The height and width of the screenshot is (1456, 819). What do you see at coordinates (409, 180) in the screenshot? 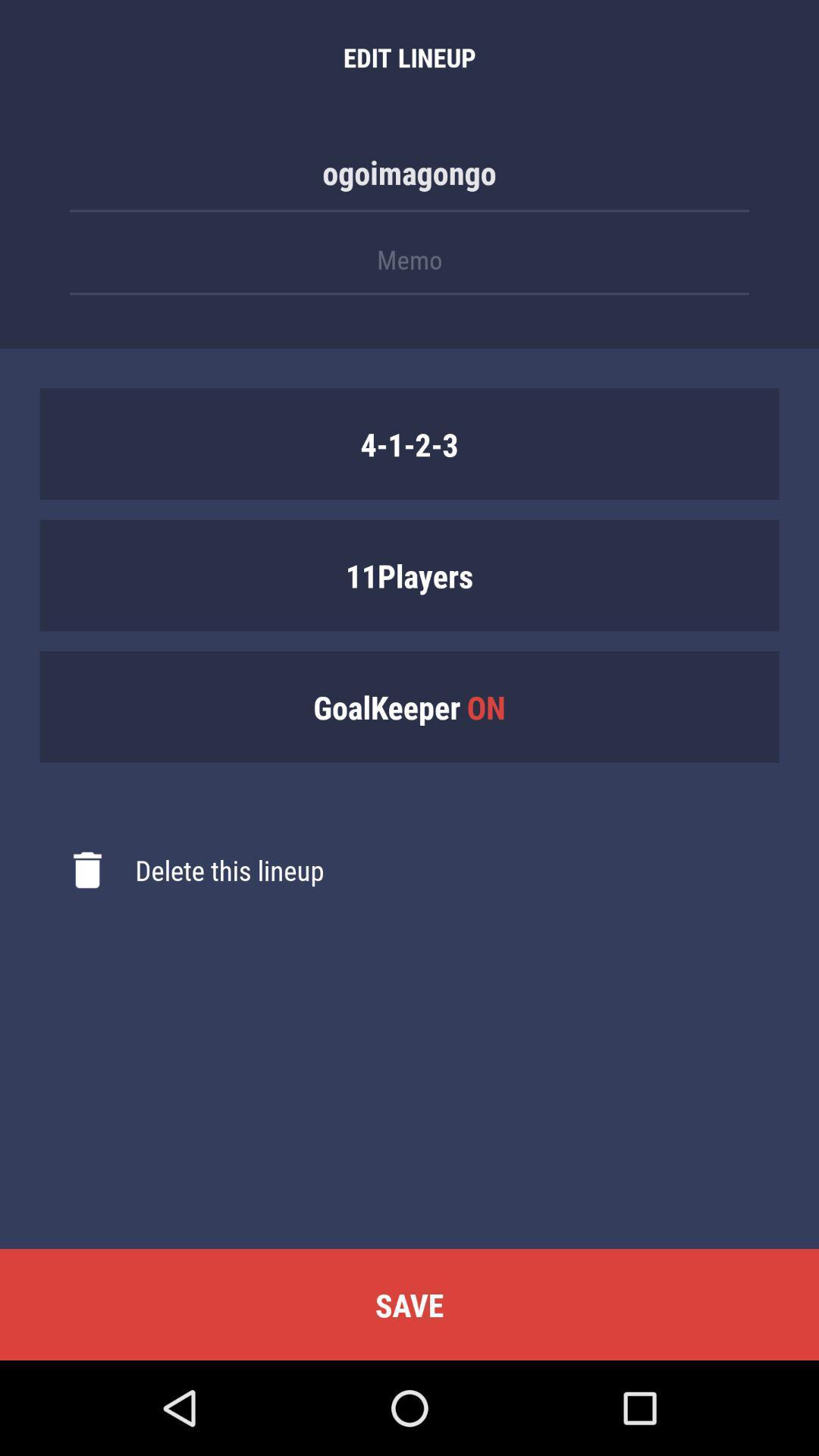
I see `the icon below the edit lineup` at bounding box center [409, 180].